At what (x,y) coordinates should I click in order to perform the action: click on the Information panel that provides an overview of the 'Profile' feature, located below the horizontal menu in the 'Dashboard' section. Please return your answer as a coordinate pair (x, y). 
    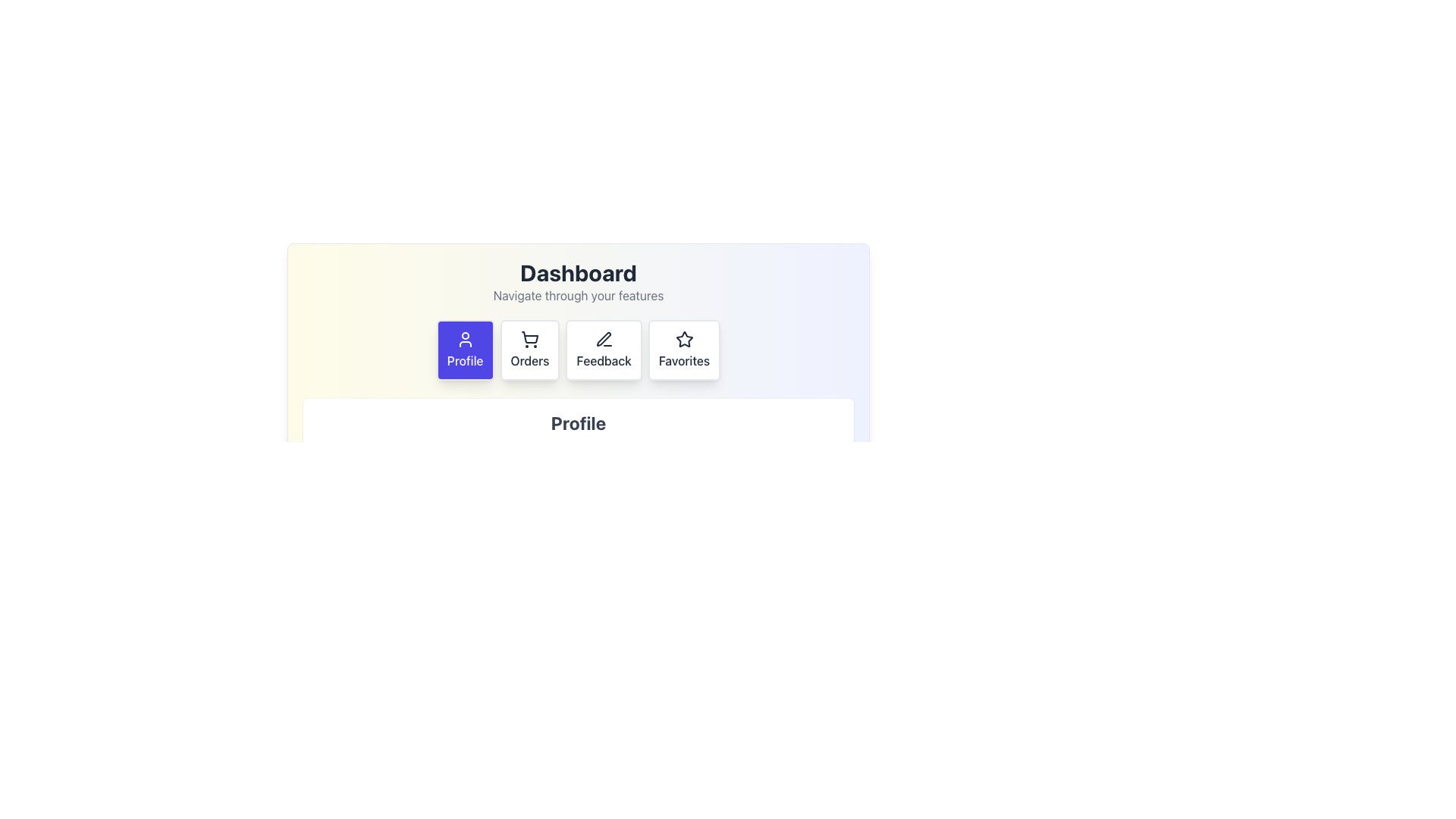
    Looking at the image, I should click on (578, 438).